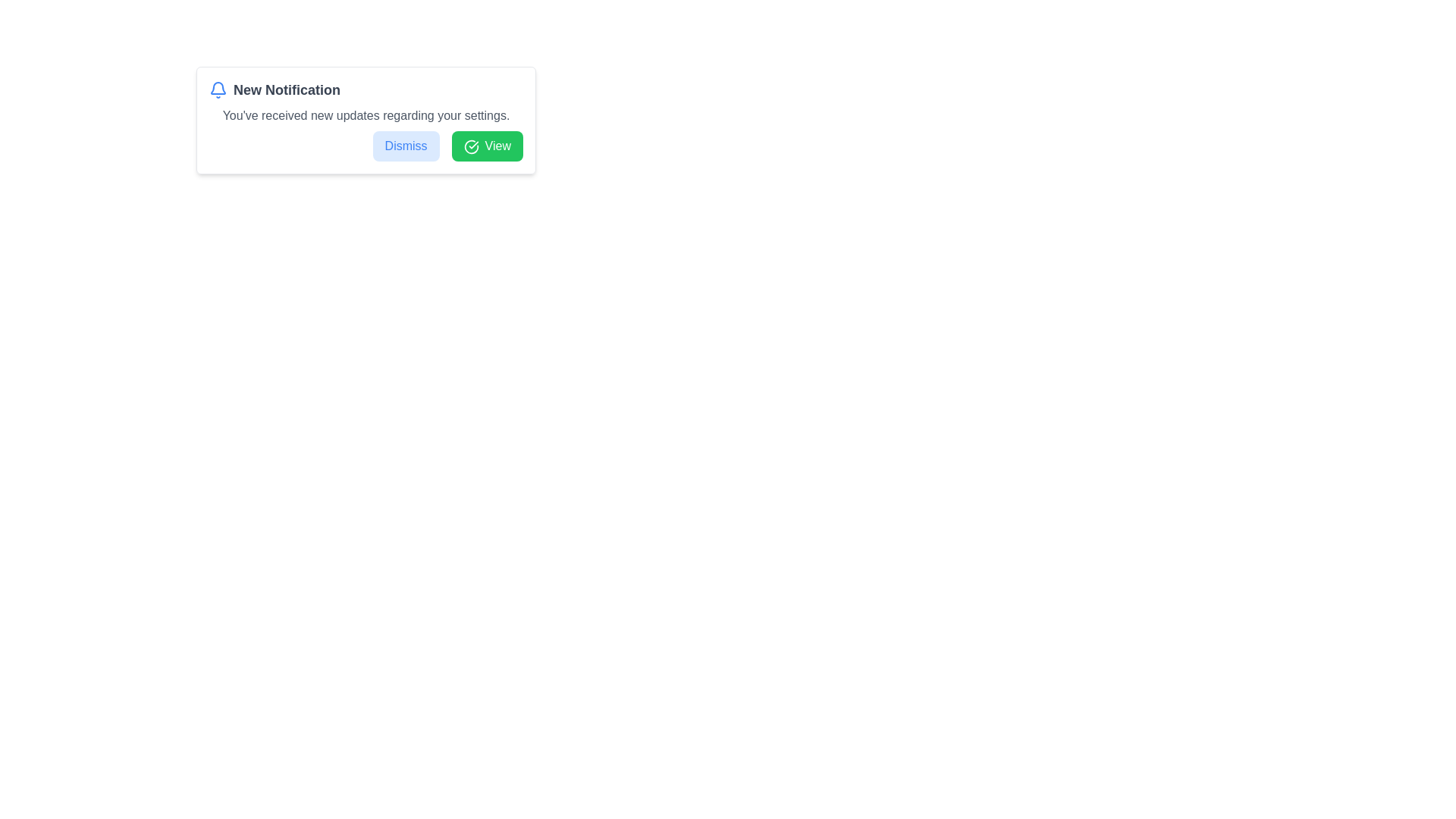  I want to click on the icon inside the green 'View' button, which indicates a completed or approved action, located to the left of the button text, so click(470, 146).